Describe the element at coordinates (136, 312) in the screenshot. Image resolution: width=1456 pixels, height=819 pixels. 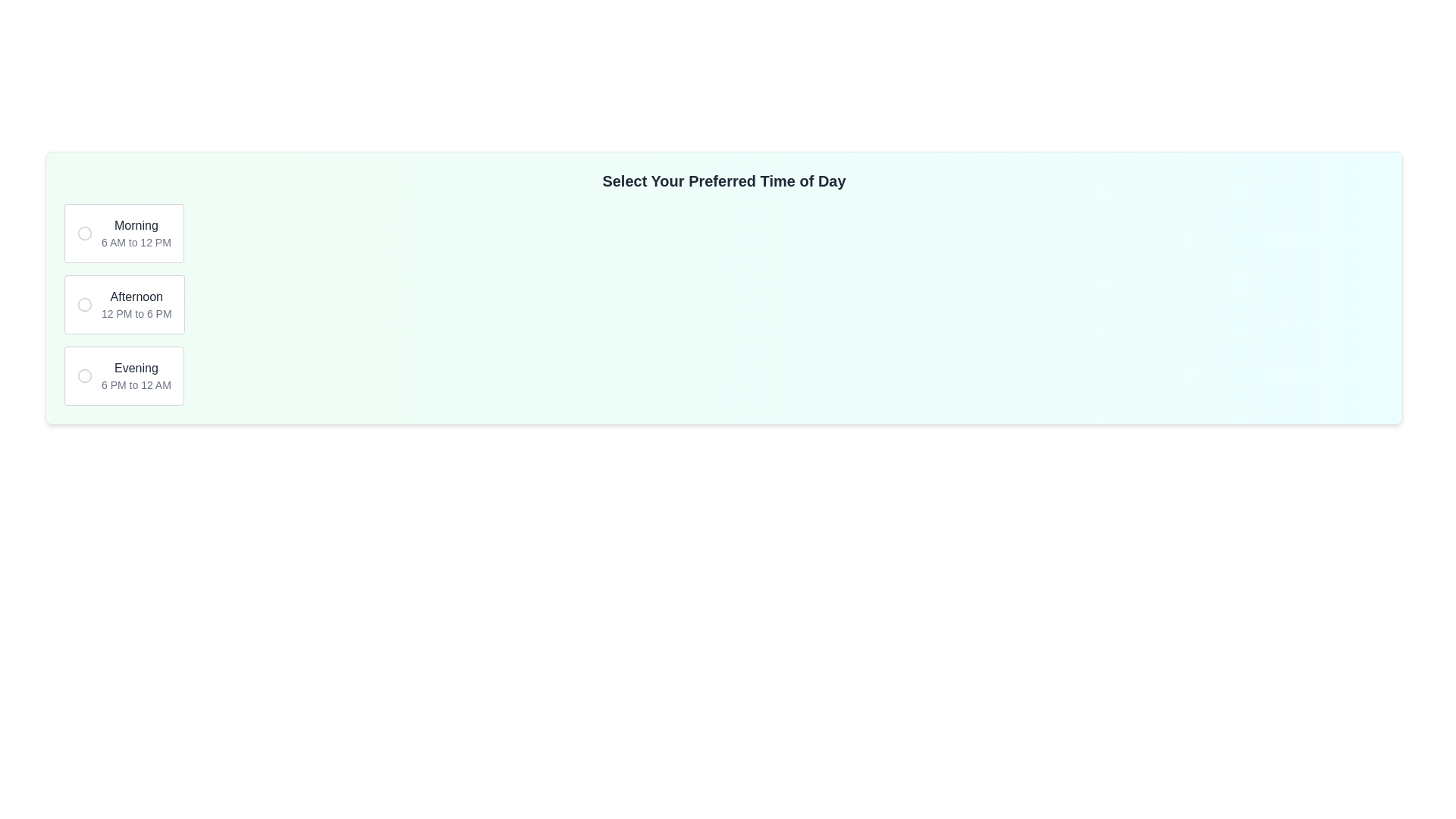
I see `the text element styled in small gray font reading '12 PM to 6 PM', which is located beneath the 'Afternoon' label` at that location.